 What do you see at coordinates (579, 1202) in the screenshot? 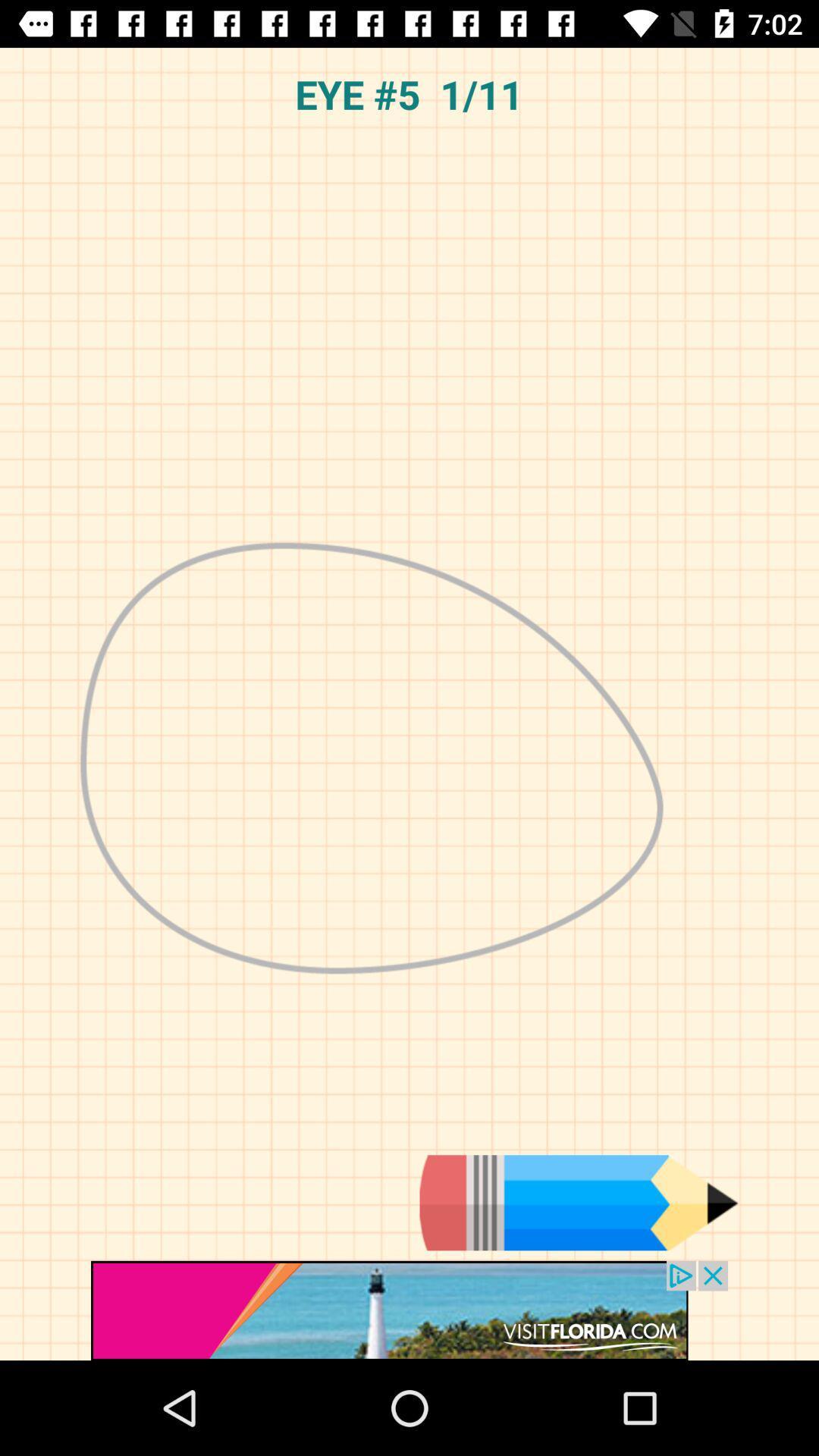
I see `entreating` at bounding box center [579, 1202].